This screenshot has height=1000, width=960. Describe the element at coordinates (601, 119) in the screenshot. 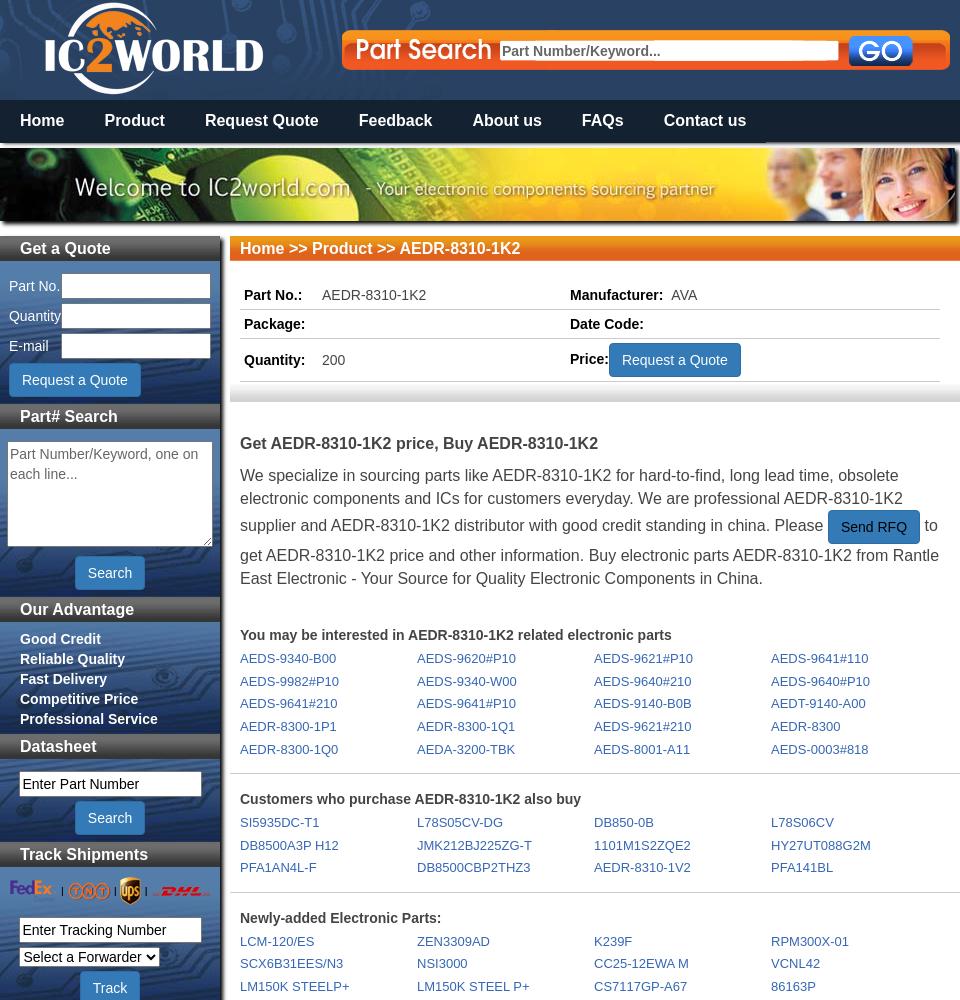

I see `'FAQs'` at that location.